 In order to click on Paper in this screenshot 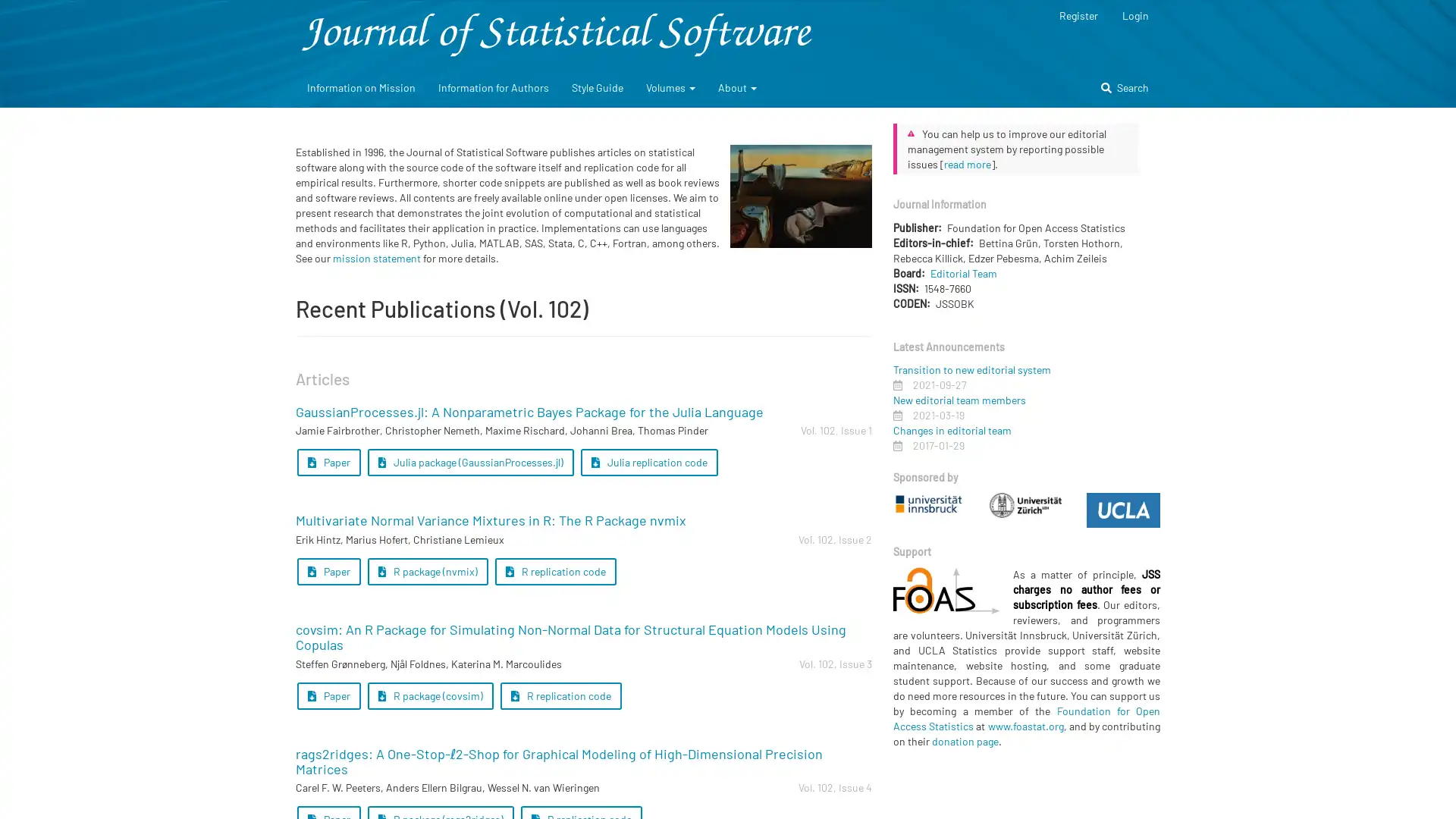, I will do `click(328, 571)`.